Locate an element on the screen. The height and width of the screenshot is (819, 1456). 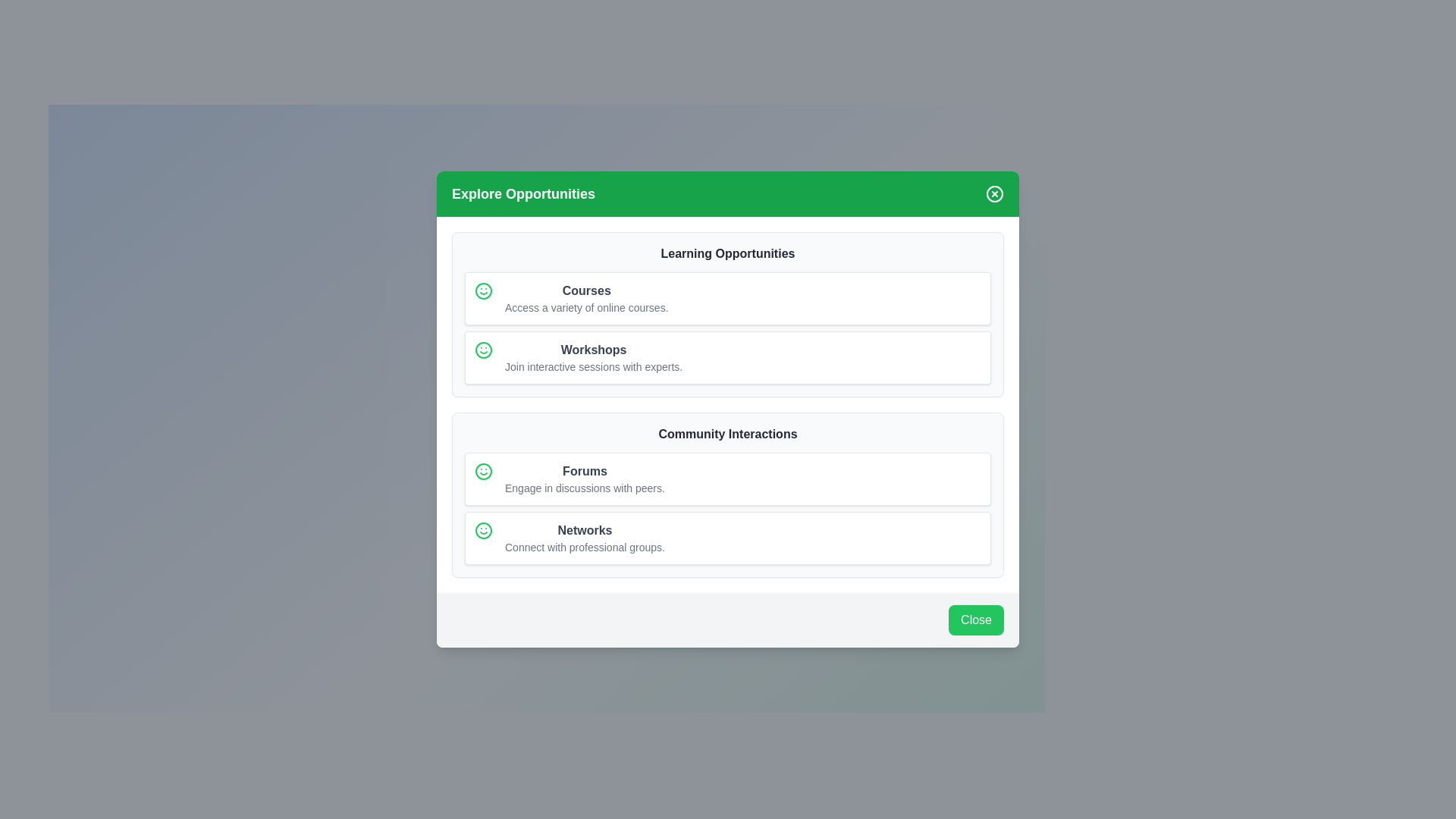
the positivity icon located to the left of the 'Courses' text in the 'Learning Opportunities' module card interface is located at coordinates (483, 470).